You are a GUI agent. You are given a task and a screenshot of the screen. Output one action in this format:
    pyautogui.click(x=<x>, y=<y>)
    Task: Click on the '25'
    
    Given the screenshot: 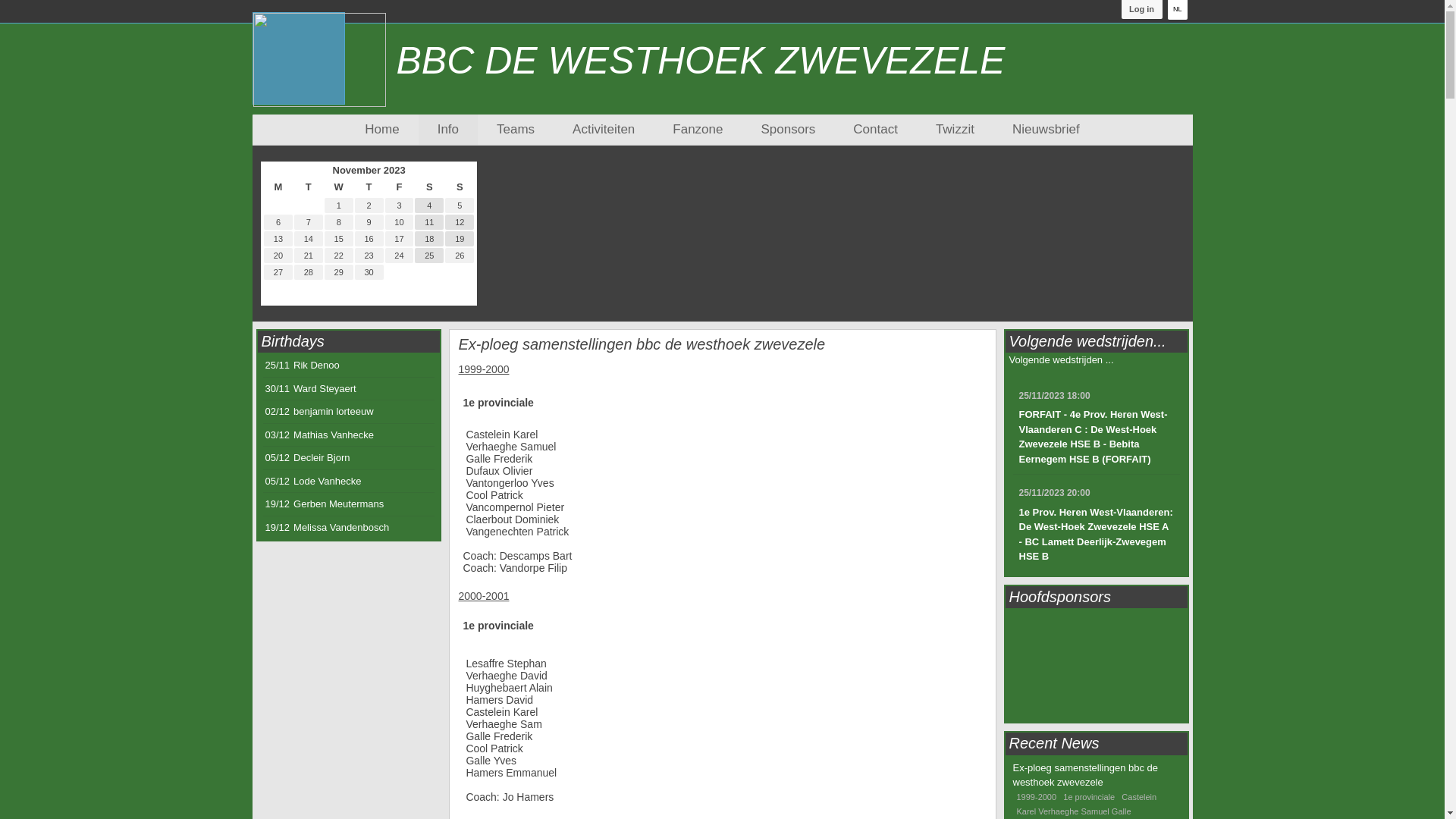 What is the action you would take?
    pyautogui.click(x=428, y=254)
    